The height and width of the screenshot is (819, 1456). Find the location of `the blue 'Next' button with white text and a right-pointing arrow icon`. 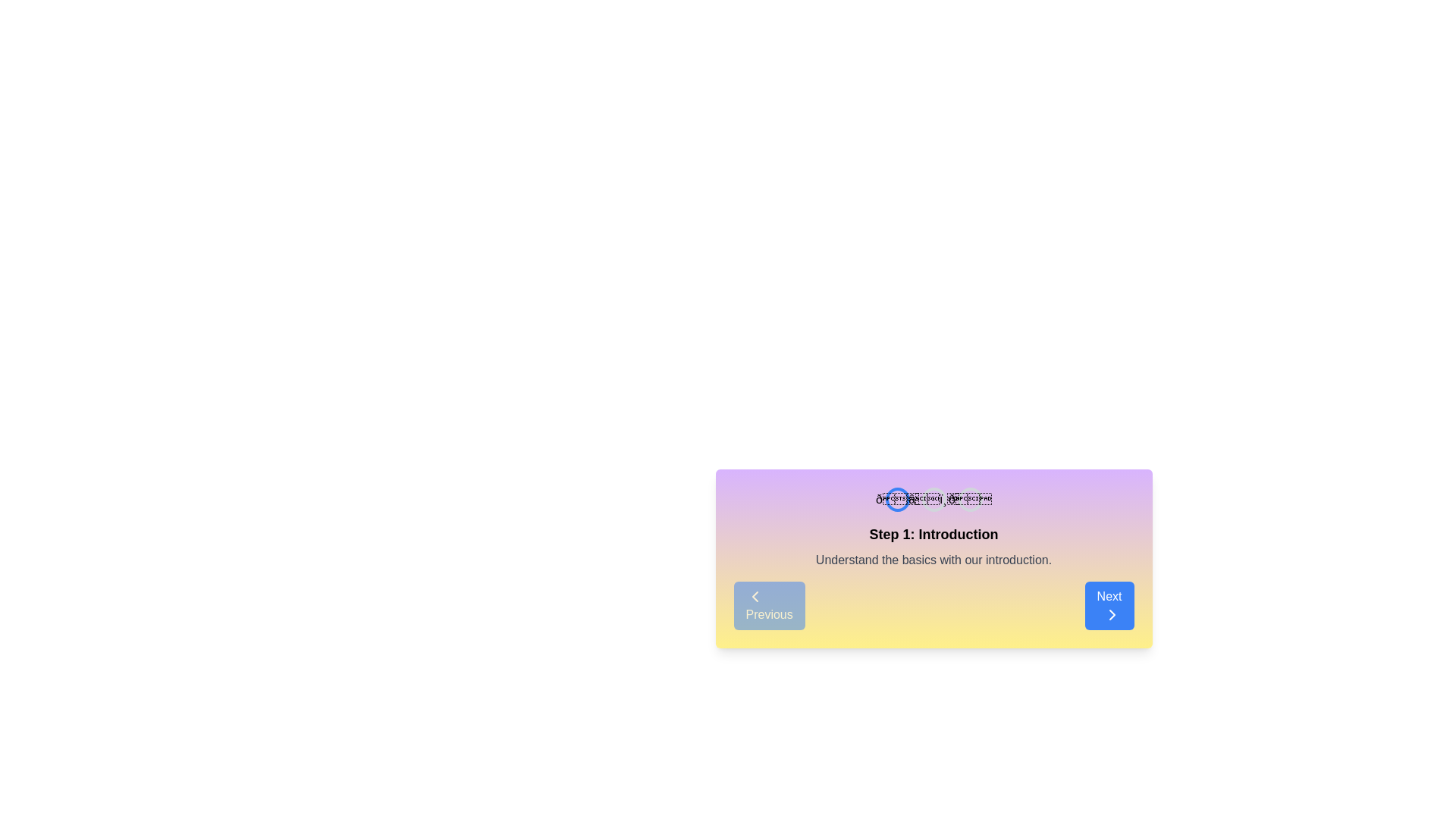

the blue 'Next' button with white text and a right-pointing arrow icon is located at coordinates (1109, 604).